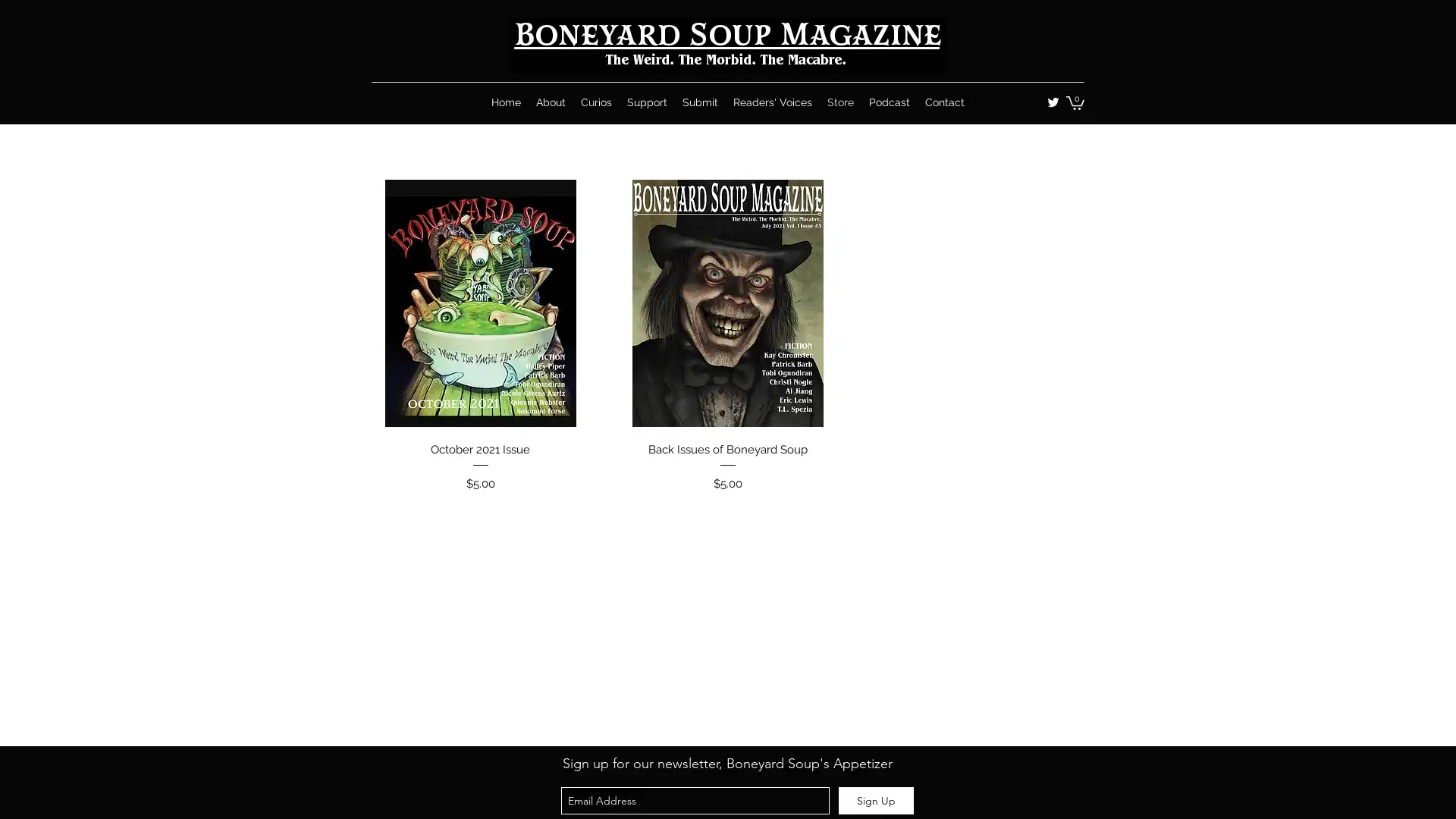  Describe the element at coordinates (1074, 102) in the screenshot. I see `Cart with 0 items` at that location.